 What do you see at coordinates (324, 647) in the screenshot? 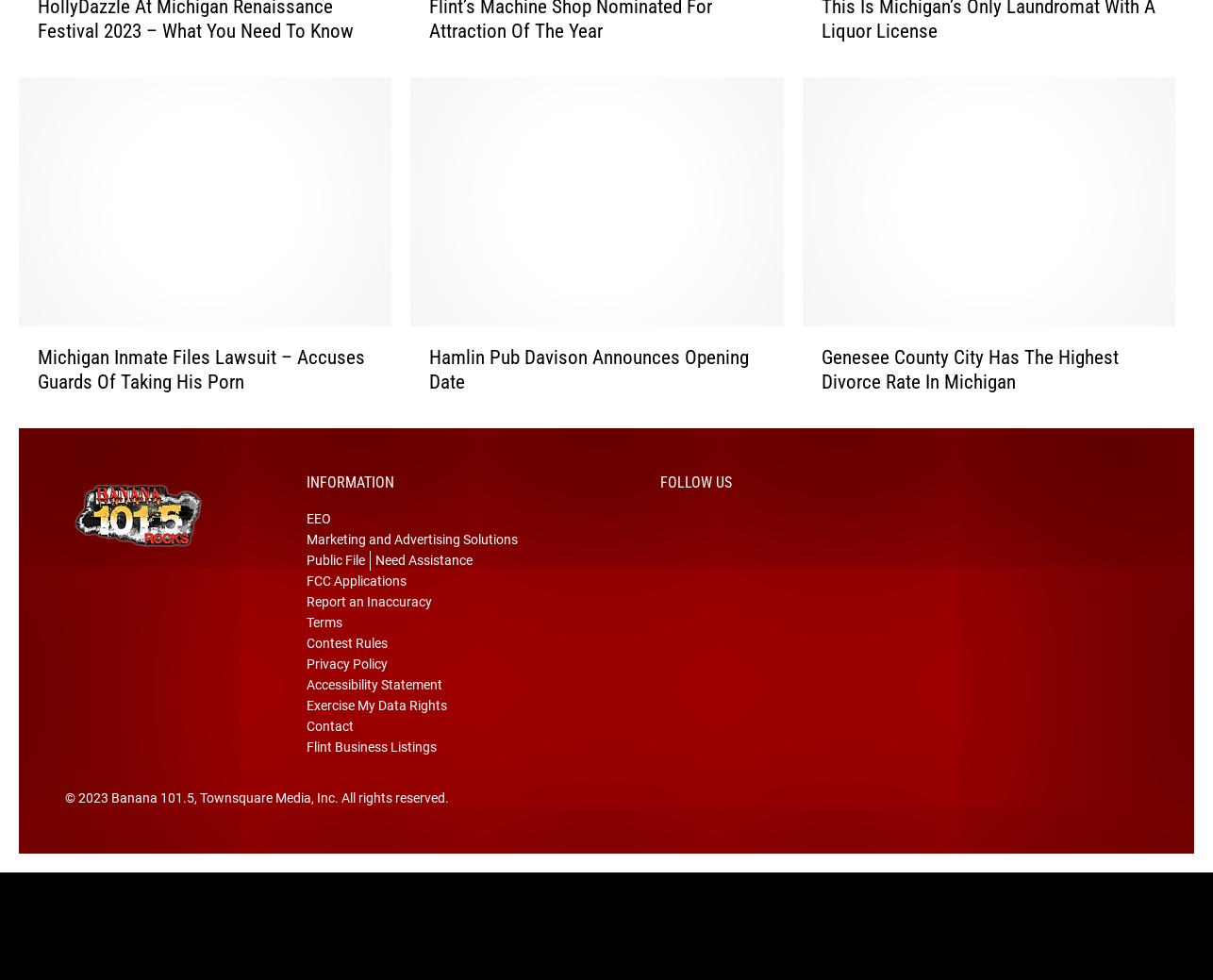
I see `'Terms'` at bounding box center [324, 647].